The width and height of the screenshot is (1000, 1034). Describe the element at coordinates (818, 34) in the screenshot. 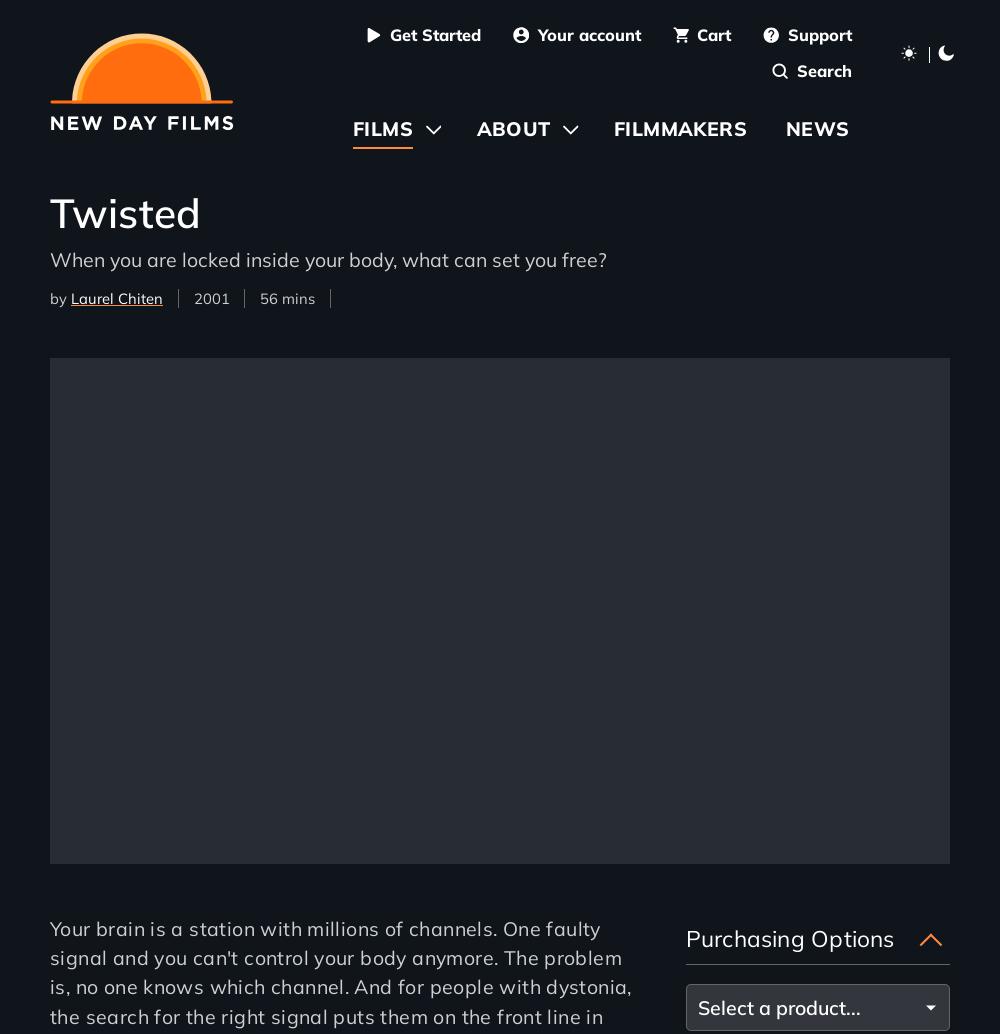

I see `'Support'` at that location.